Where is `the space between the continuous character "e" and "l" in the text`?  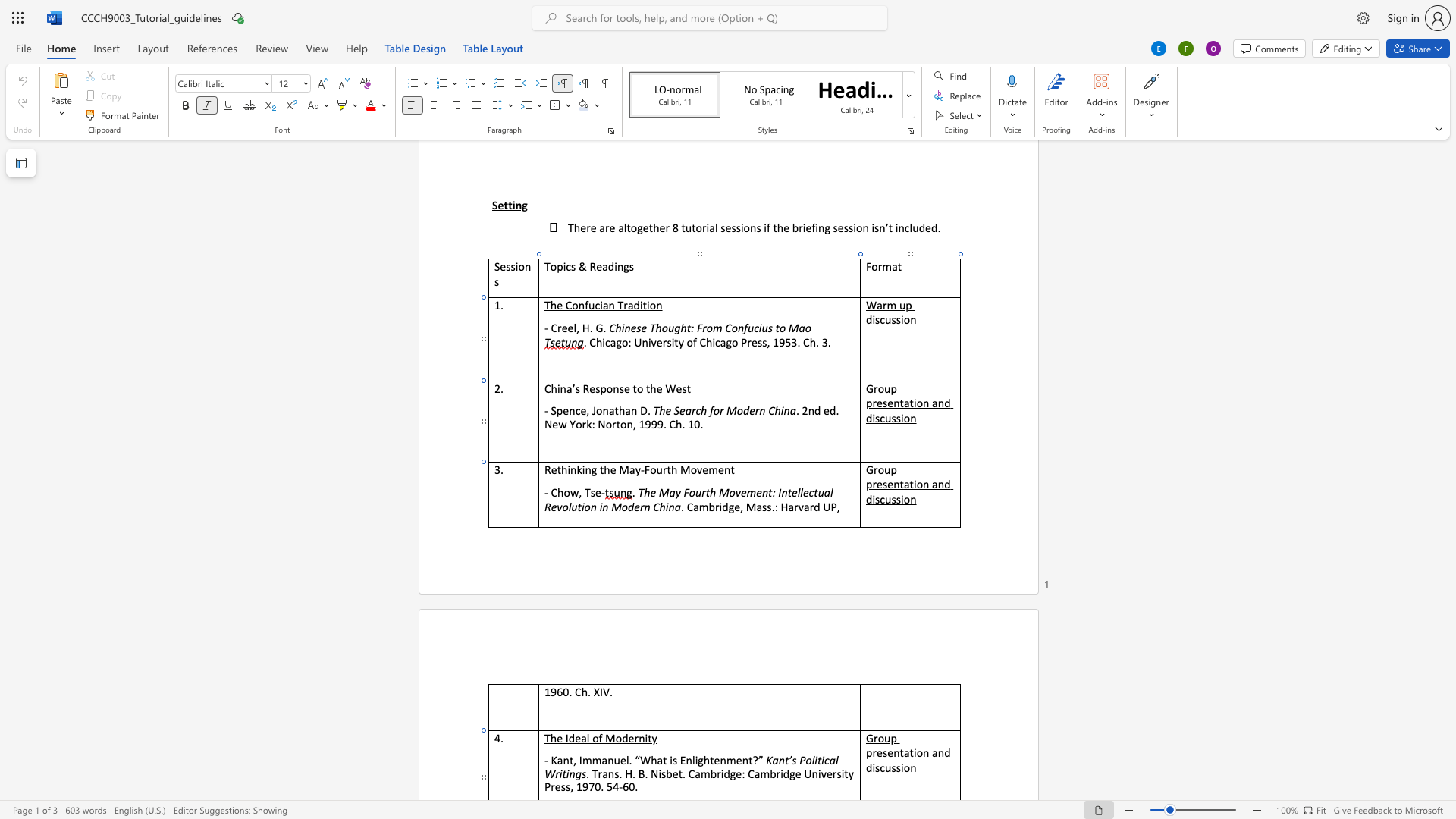 the space between the continuous character "e" and "l" in the text is located at coordinates (795, 492).